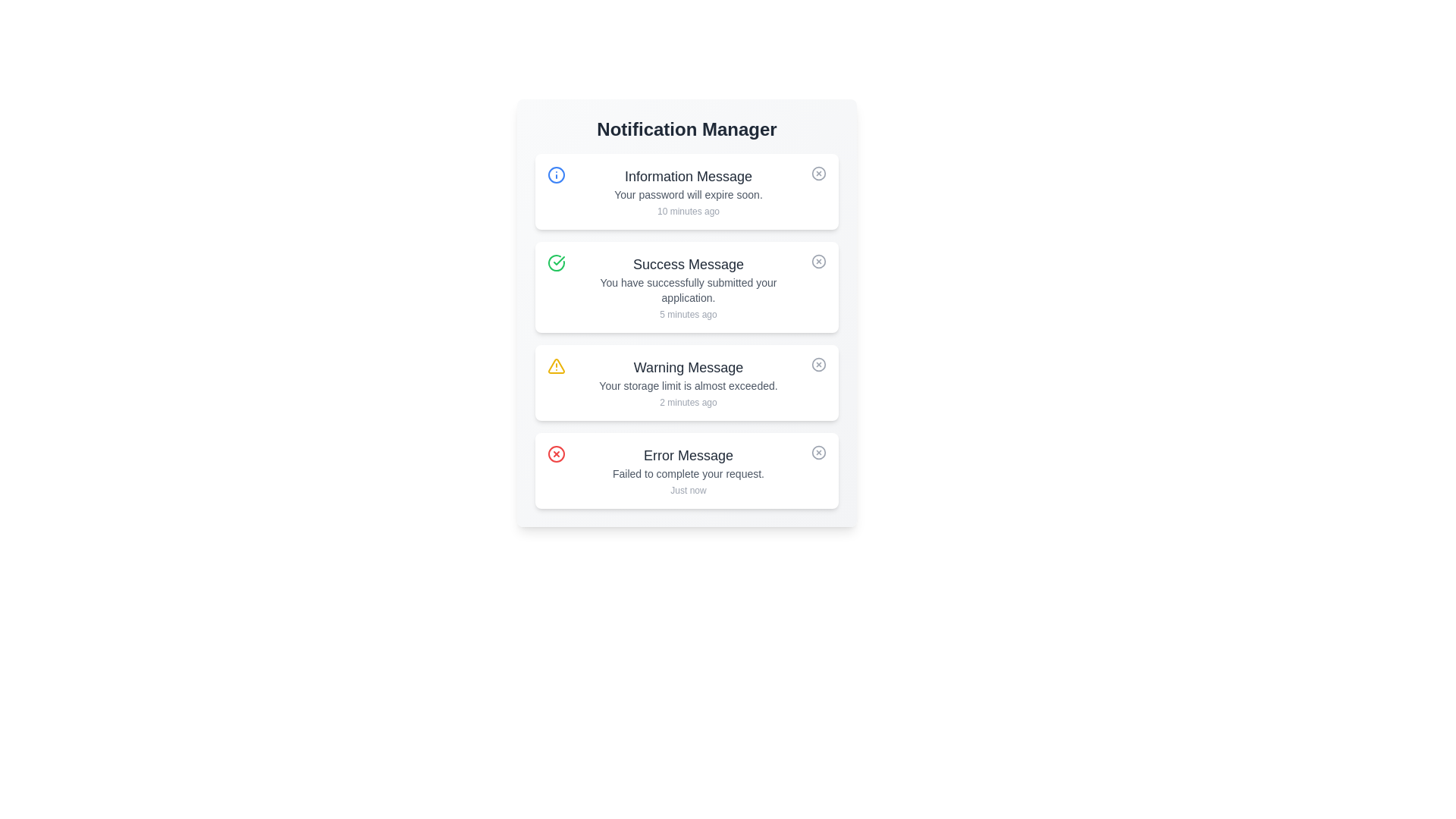 This screenshot has width=1456, height=819. Describe the element at coordinates (687, 368) in the screenshot. I see `contents of the 'Warning Message' text label located in the first position of the third notification card, which is styled in a large dark gray font` at that location.